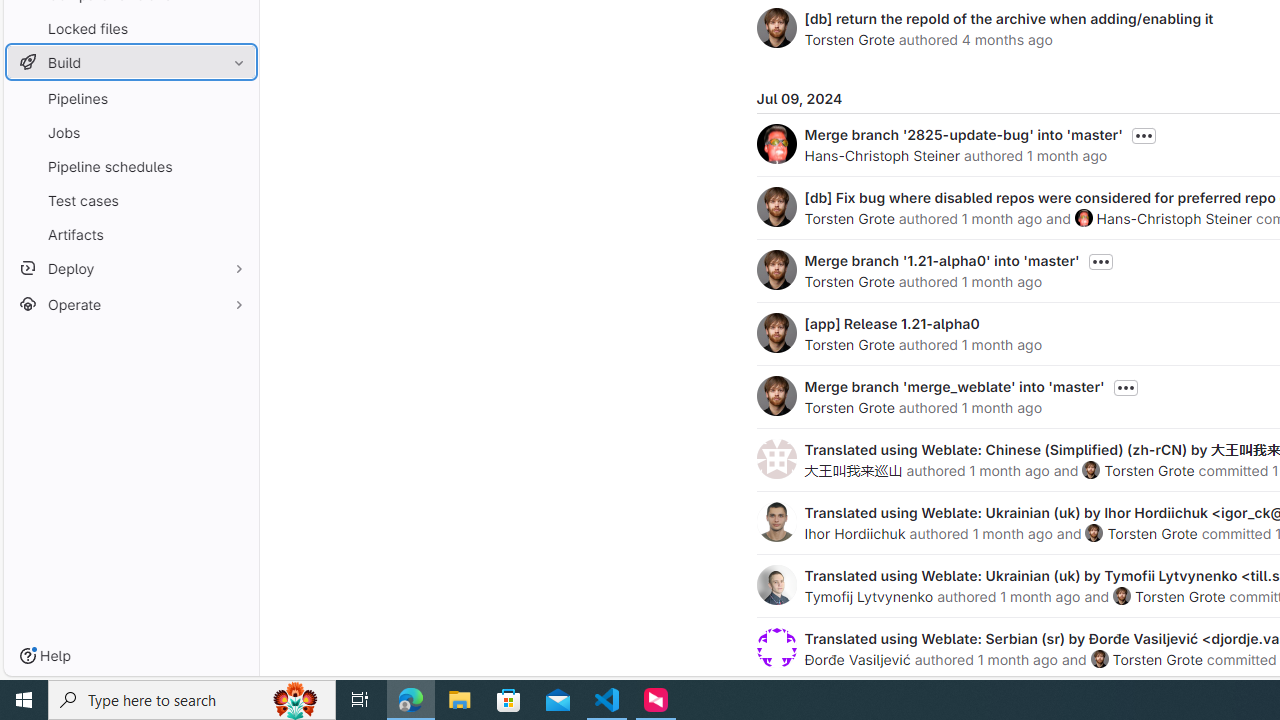 The width and height of the screenshot is (1280, 720). Describe the element at coordinates (130, 200) in the screenshot. I see `'Test cases'` at that location.